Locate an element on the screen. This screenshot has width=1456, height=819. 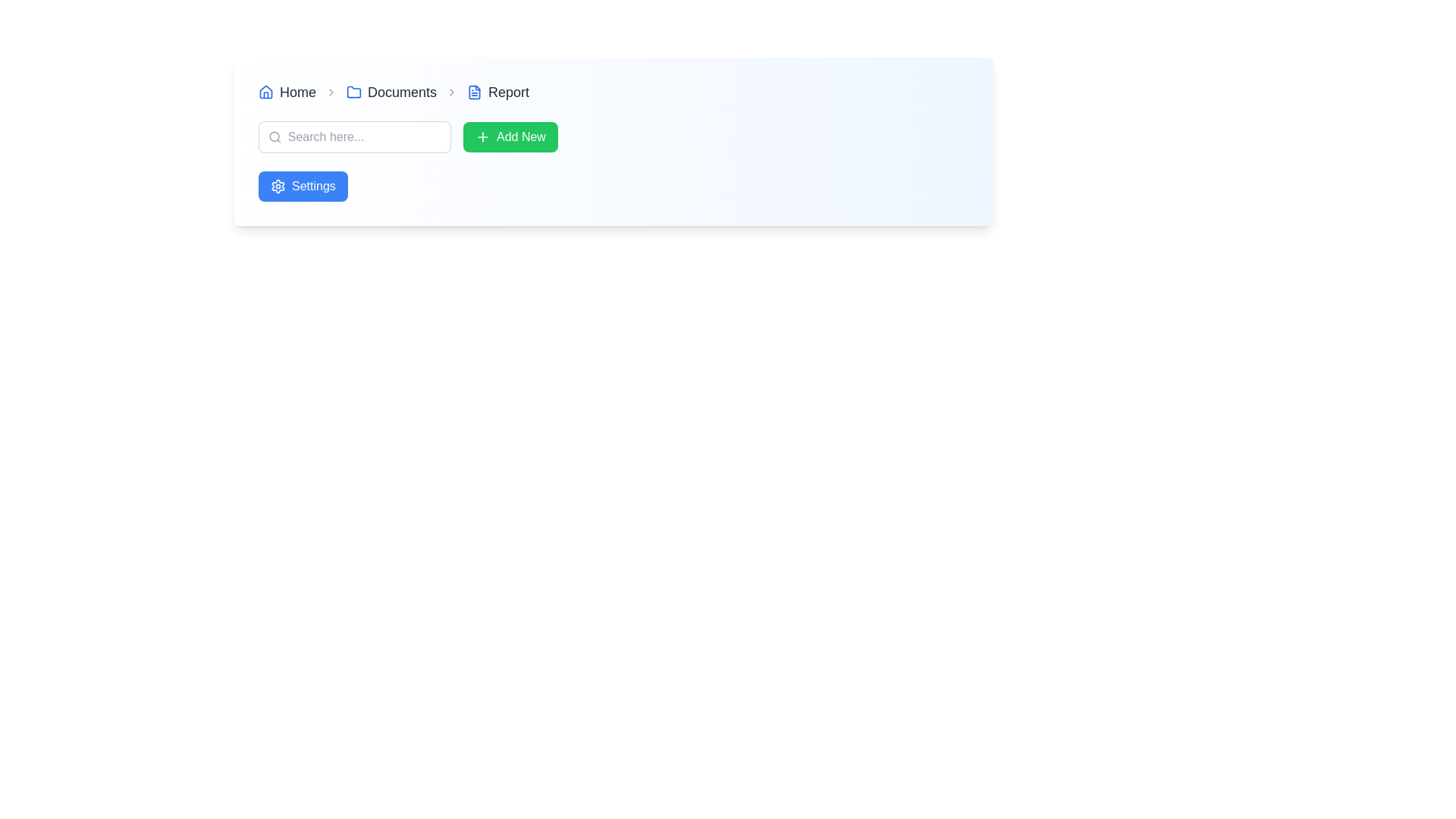
the blue document icon next to the word 'Report' in the breadcrumb navigation bar at the top of the interface is located at coordinates (474, 93).